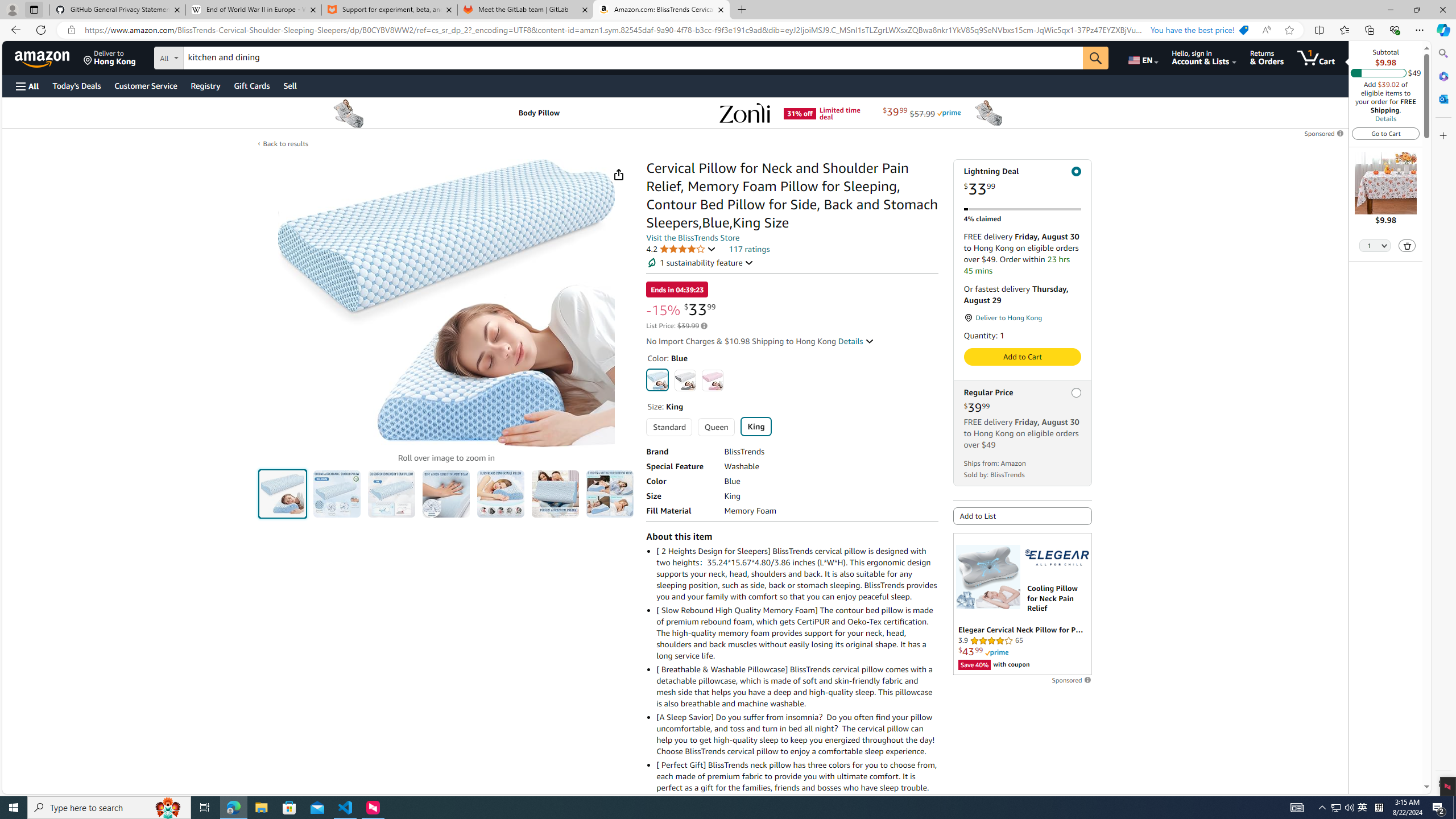 This screenshot has width=1456, height=819. What do you see at coordinates (48, 56) in the screenshot?
I see `'Skip to main content'` at bounding box center [48, 56].